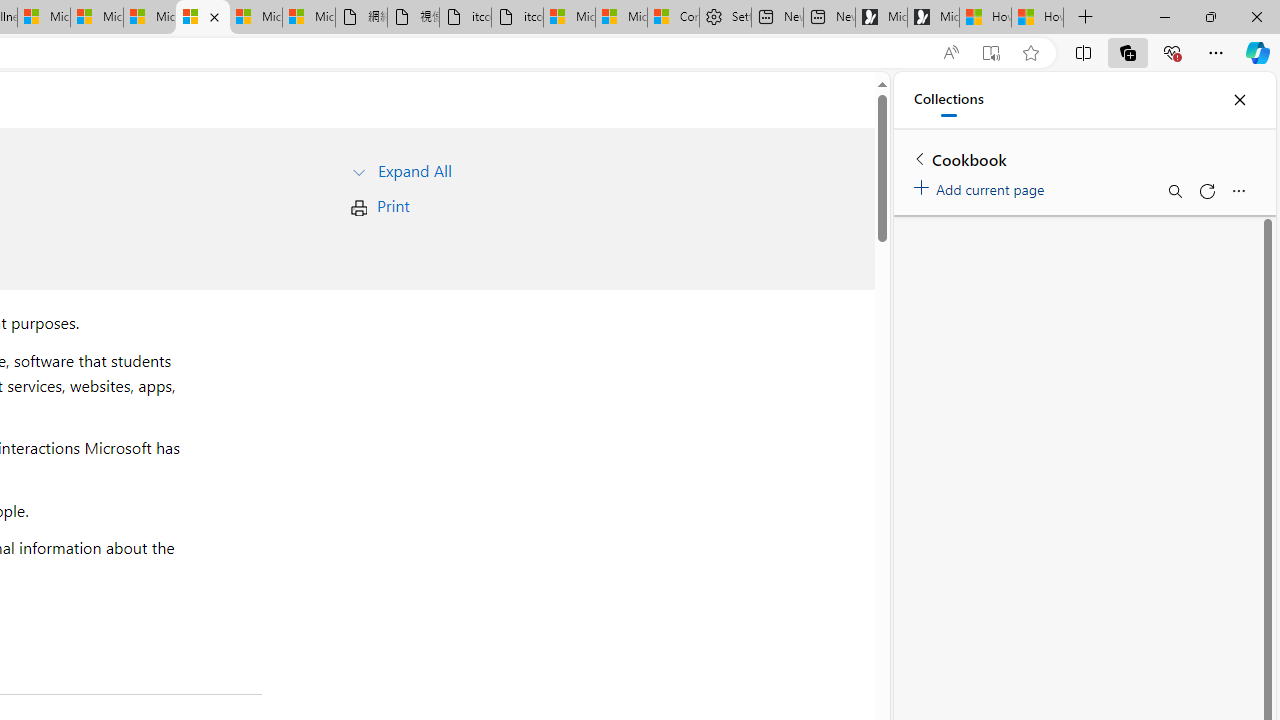 Image resolution: width=1280 pixels, height=720 pixels. What do you see at coordinates (95, 17) in the screenshot?
I see `'Microsoft Services Agreement'` at bounding box center [95, 17].